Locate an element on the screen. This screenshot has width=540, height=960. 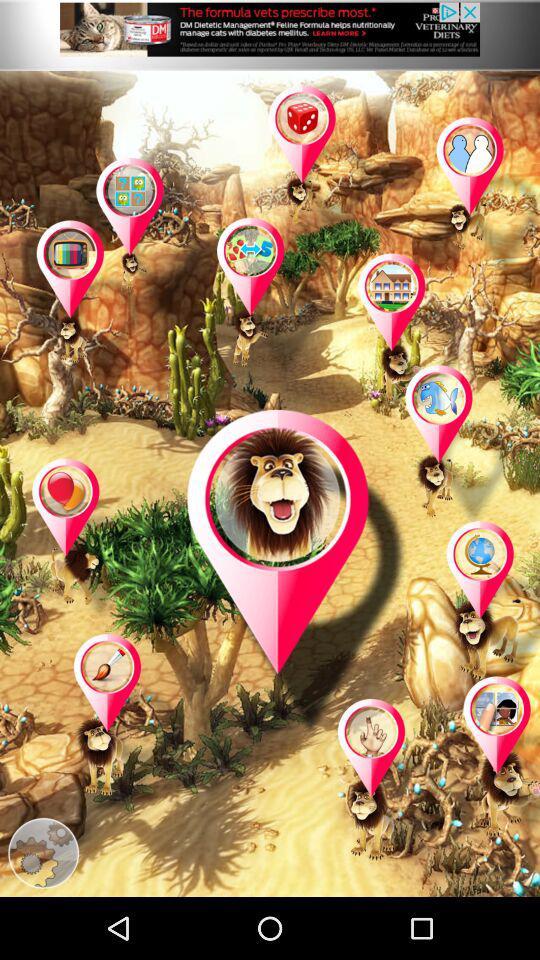
goto selection is located at coordinates (411, 335).